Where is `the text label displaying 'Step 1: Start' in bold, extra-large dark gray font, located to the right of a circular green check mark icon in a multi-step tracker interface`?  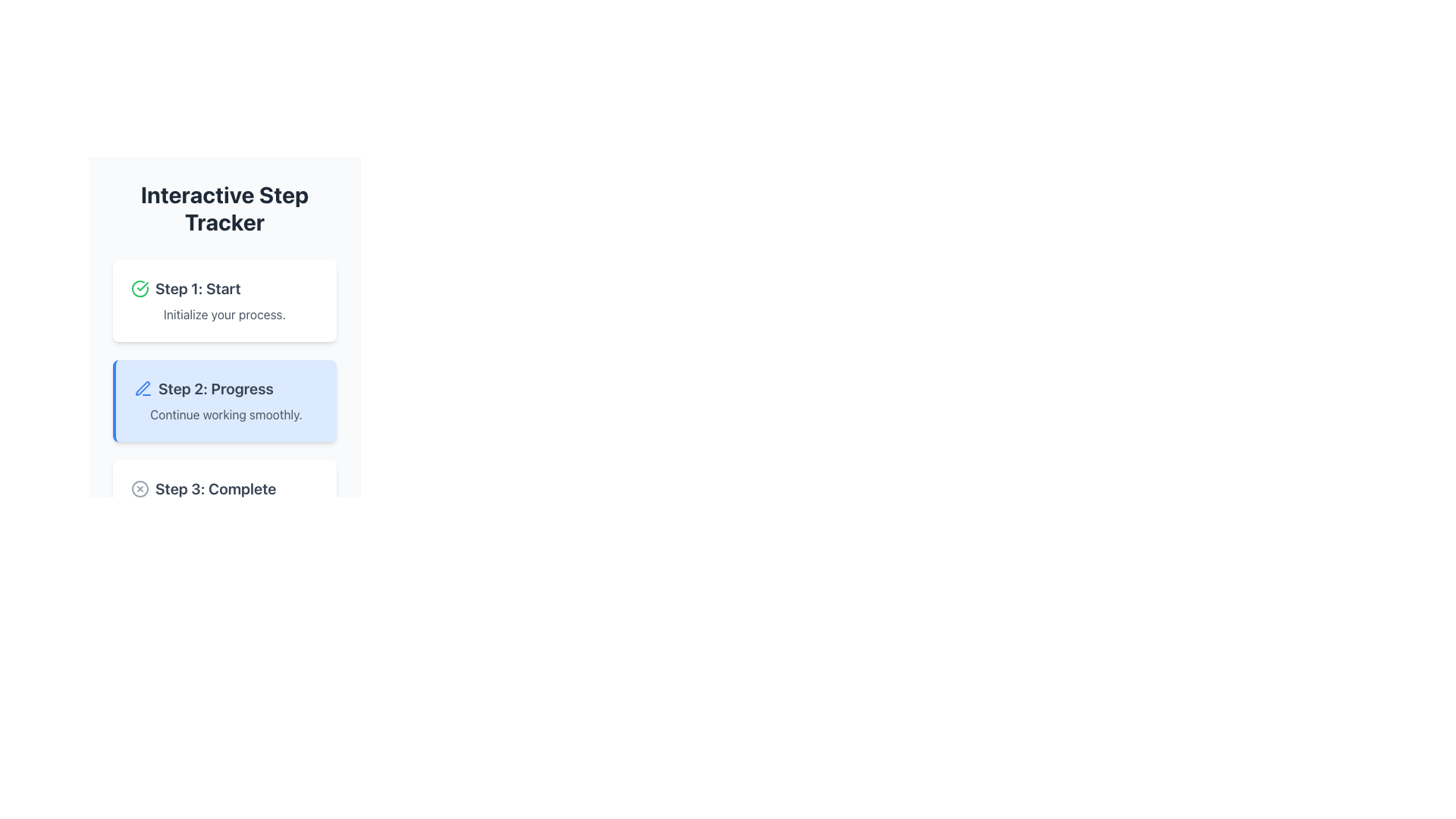 the text label displaying 'Step 1: Start' in bold, extra-large dark gray font, located to the right of a circular green check mark icon in a multi-step tracker interface is located at coordinates (197, 289).